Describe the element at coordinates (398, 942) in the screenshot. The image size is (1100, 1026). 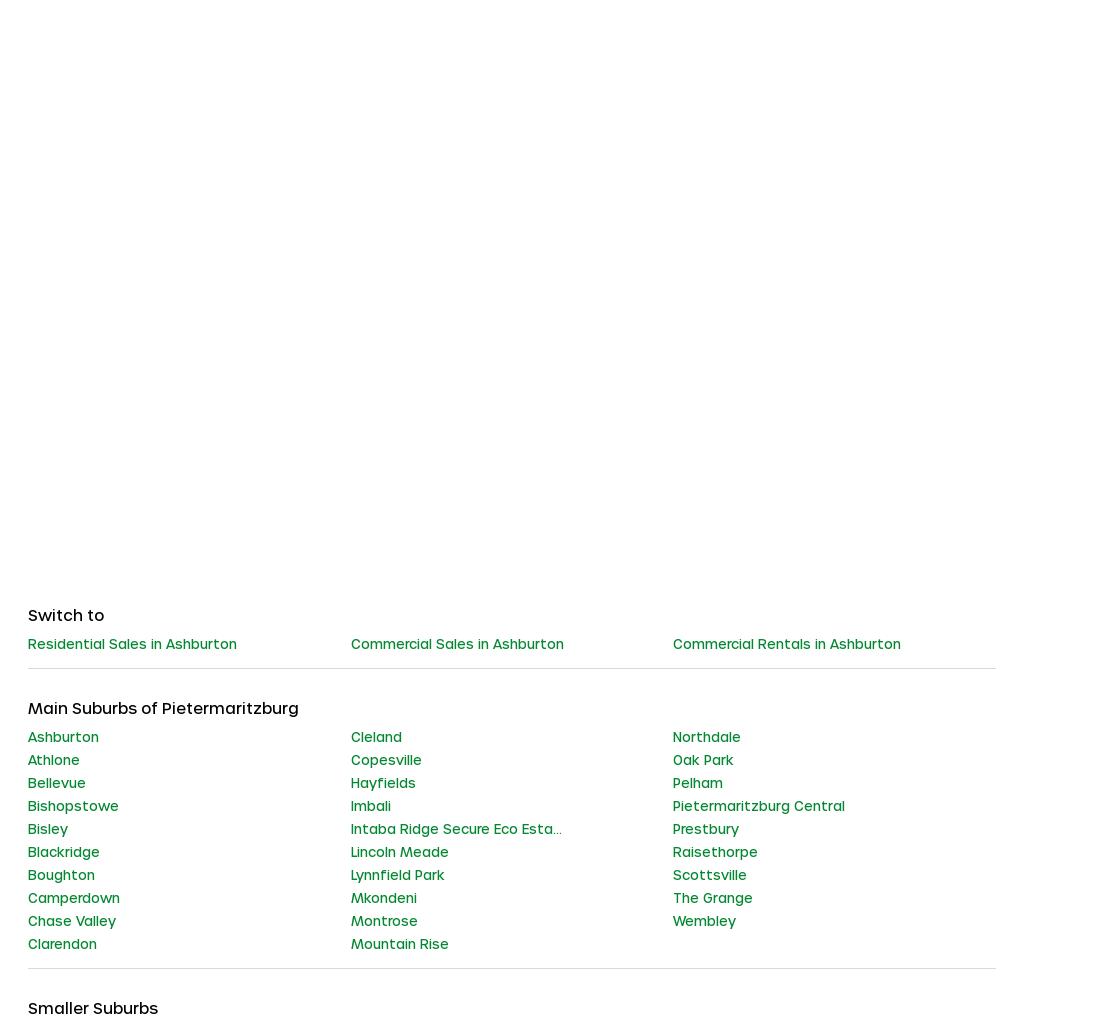
I see `'Mountain Rise'` at that location.